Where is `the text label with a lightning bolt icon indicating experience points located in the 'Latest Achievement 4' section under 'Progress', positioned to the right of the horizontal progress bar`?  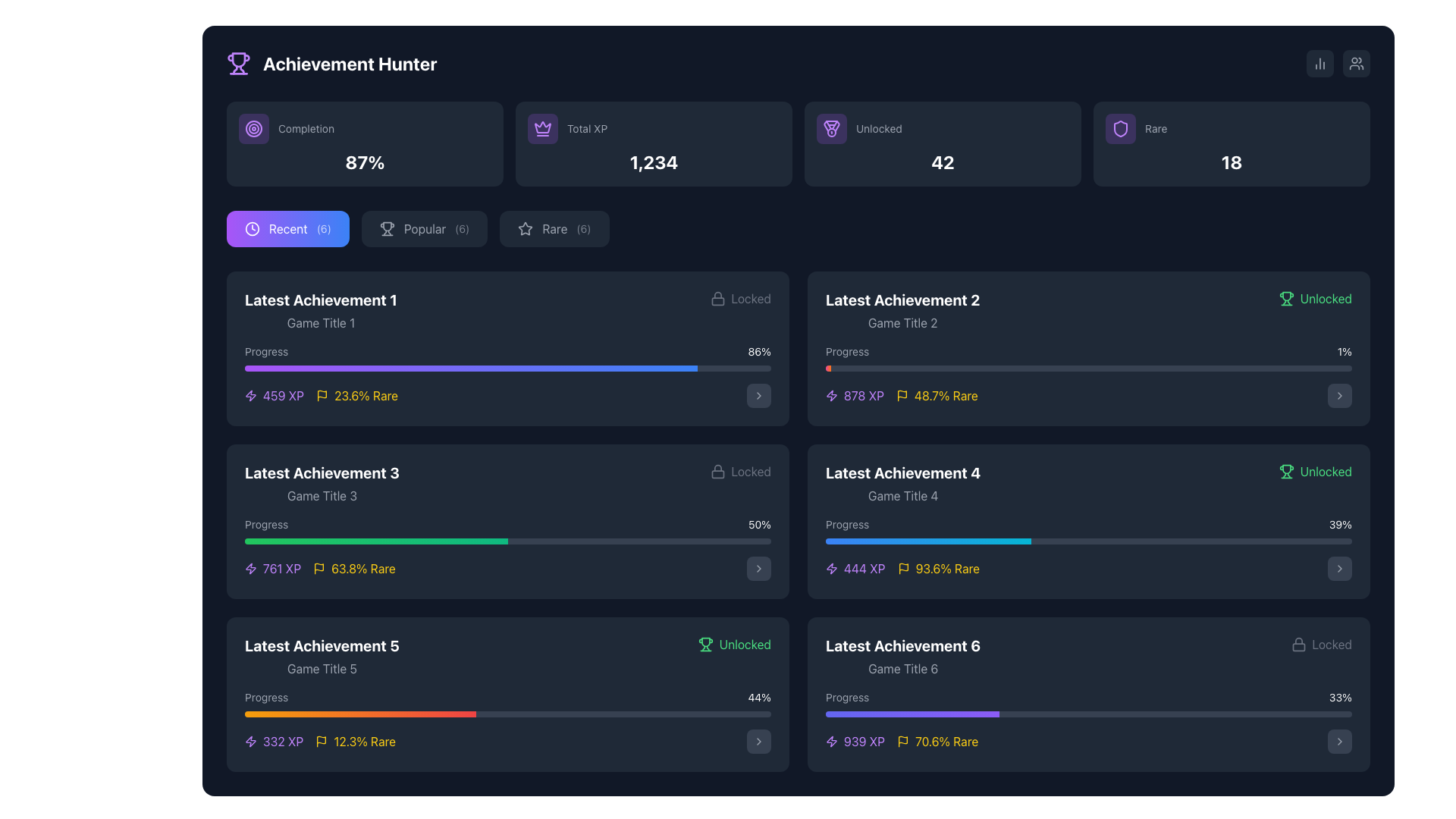 the text label with a lightning bolt icon indicating experience points located in the 'Latest Achievement 4' section under 'Progress', positioned to the right of the horizontal progress bar is located at coordinates (864, 568).